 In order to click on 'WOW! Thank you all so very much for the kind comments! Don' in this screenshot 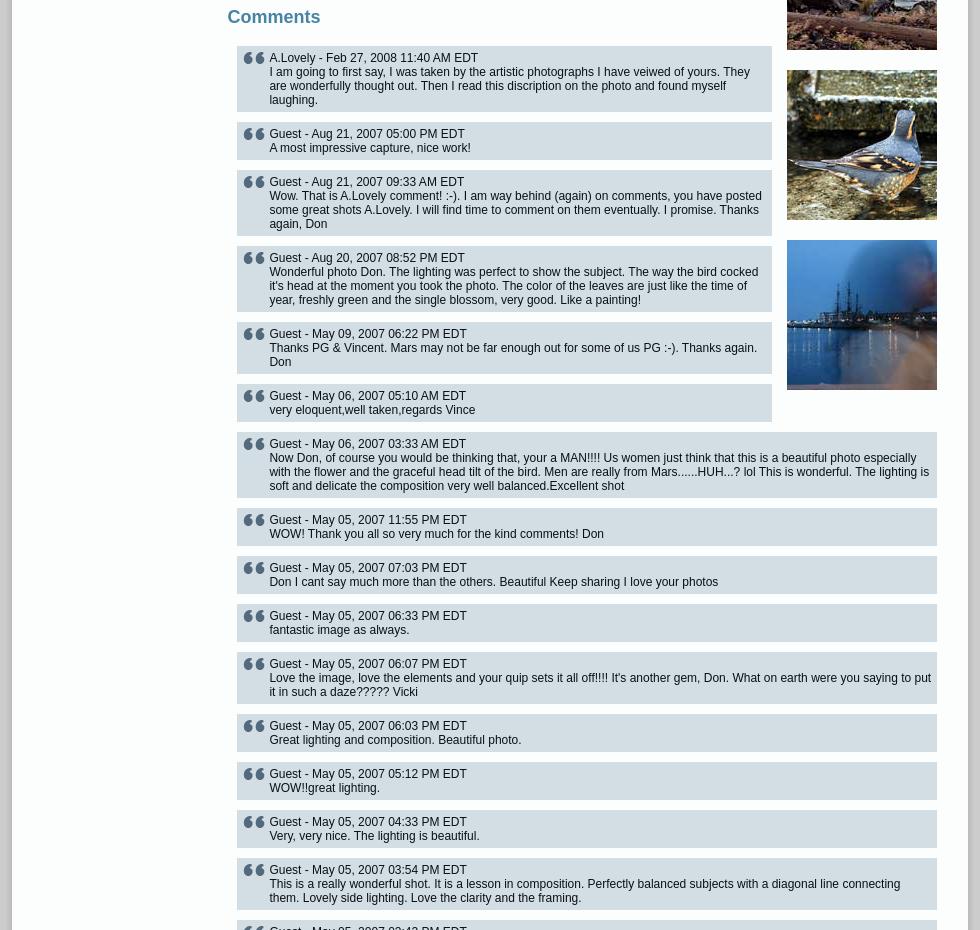, I will do `click(436, 533)`.